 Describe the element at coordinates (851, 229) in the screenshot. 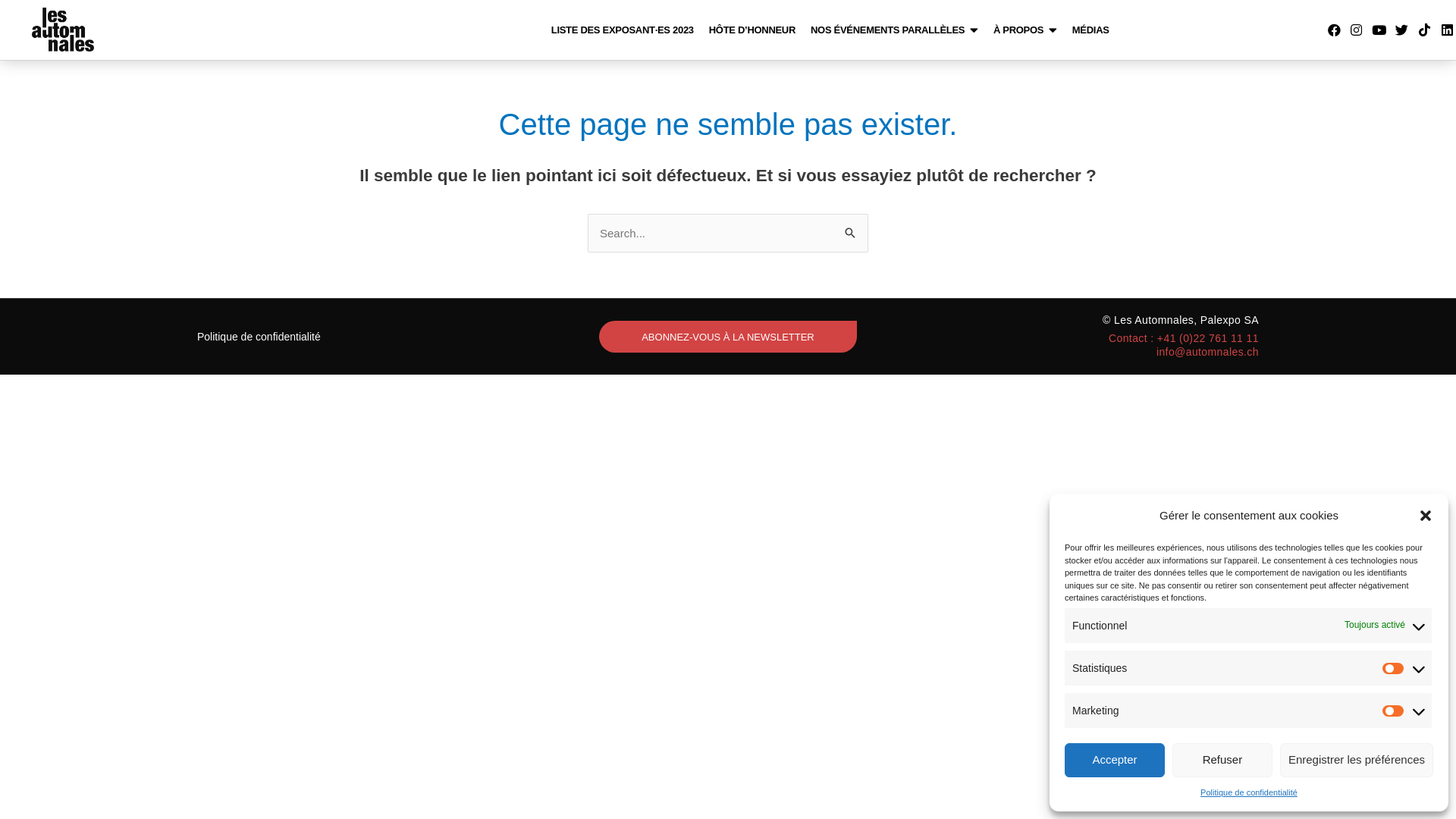

I see `'Rechercher'` at that location.